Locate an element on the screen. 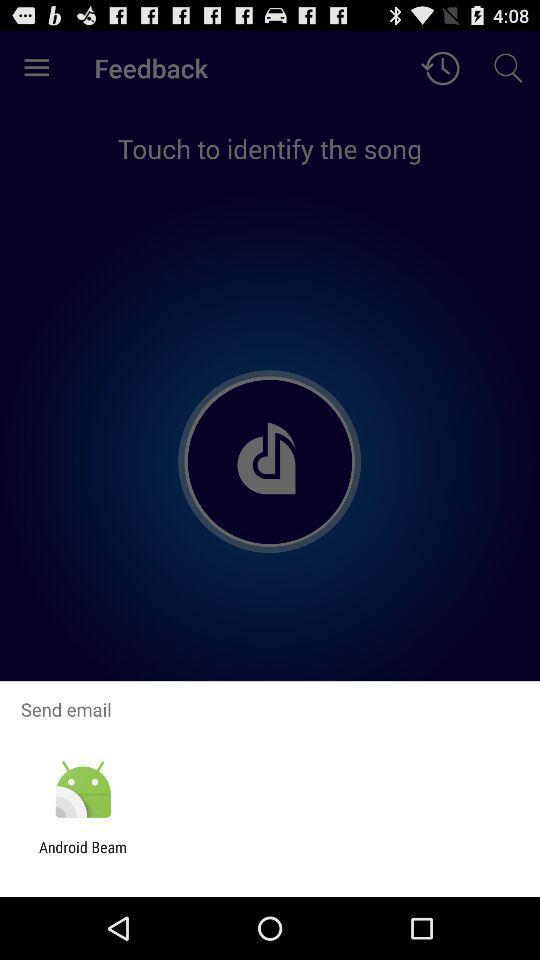  item below send email is located at coordinates (82, 790).